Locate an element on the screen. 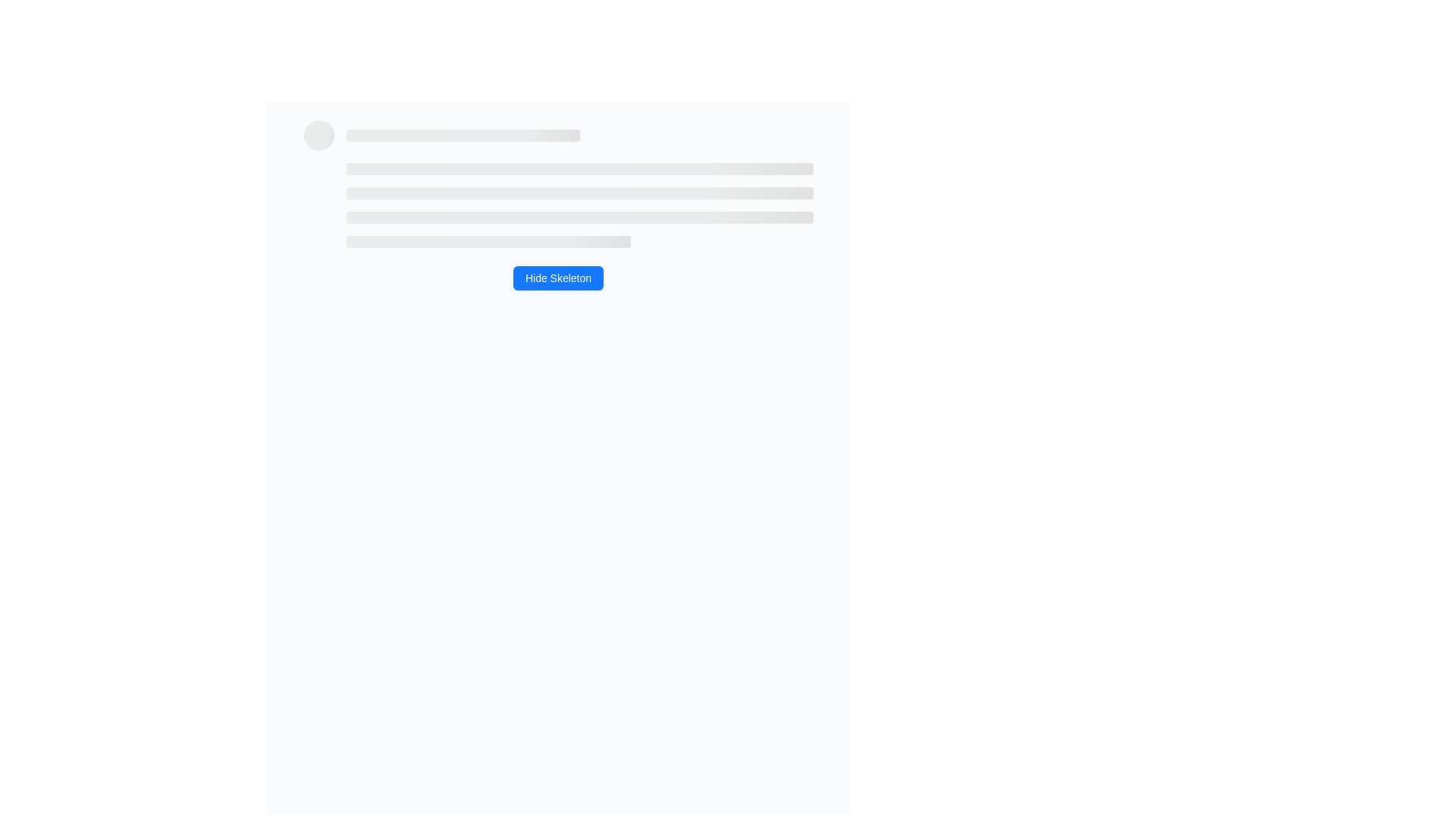 Image resolution: width=1456 pixels, height=819 pixels. the skeleton placeholder component representing placeholder content, which consists of horizontal grey bars aligned vertically within the section is located at coordinates (579, 184).